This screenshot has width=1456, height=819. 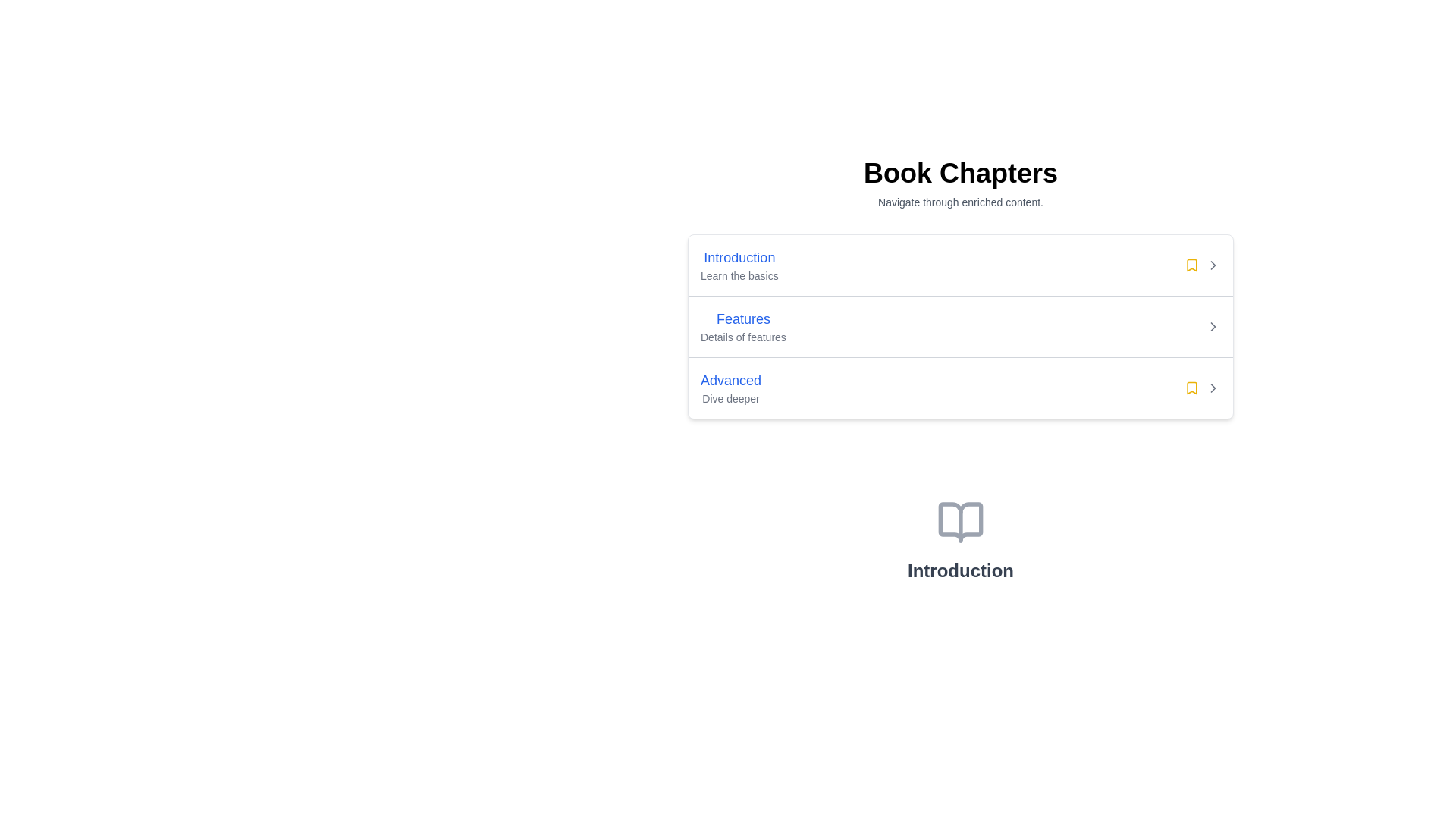 What do you see at coordinates (960, 522) in the screenshot?
I see `the book icon located in the 'Introduction' section, positioned directly above the text 'Introduction' and 'Learn the basics'` at bounding box center [960, 522].